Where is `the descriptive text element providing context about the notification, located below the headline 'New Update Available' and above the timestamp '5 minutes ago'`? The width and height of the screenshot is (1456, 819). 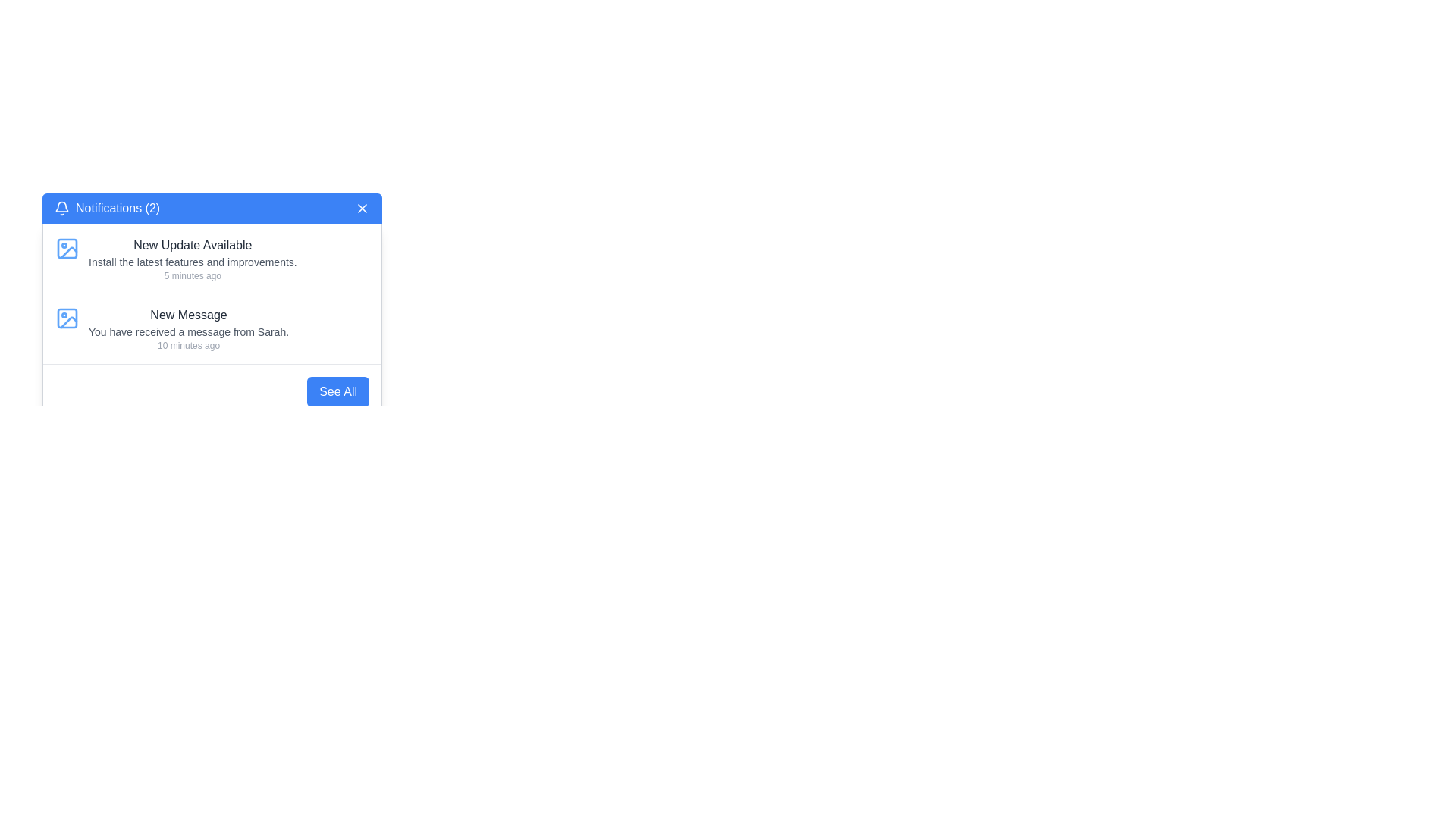
the descriptive text element providing context about the notification, located below the headline 'New Update Available' and above the timestamp '5 minutes ago' is located at coordinates (192, 262).